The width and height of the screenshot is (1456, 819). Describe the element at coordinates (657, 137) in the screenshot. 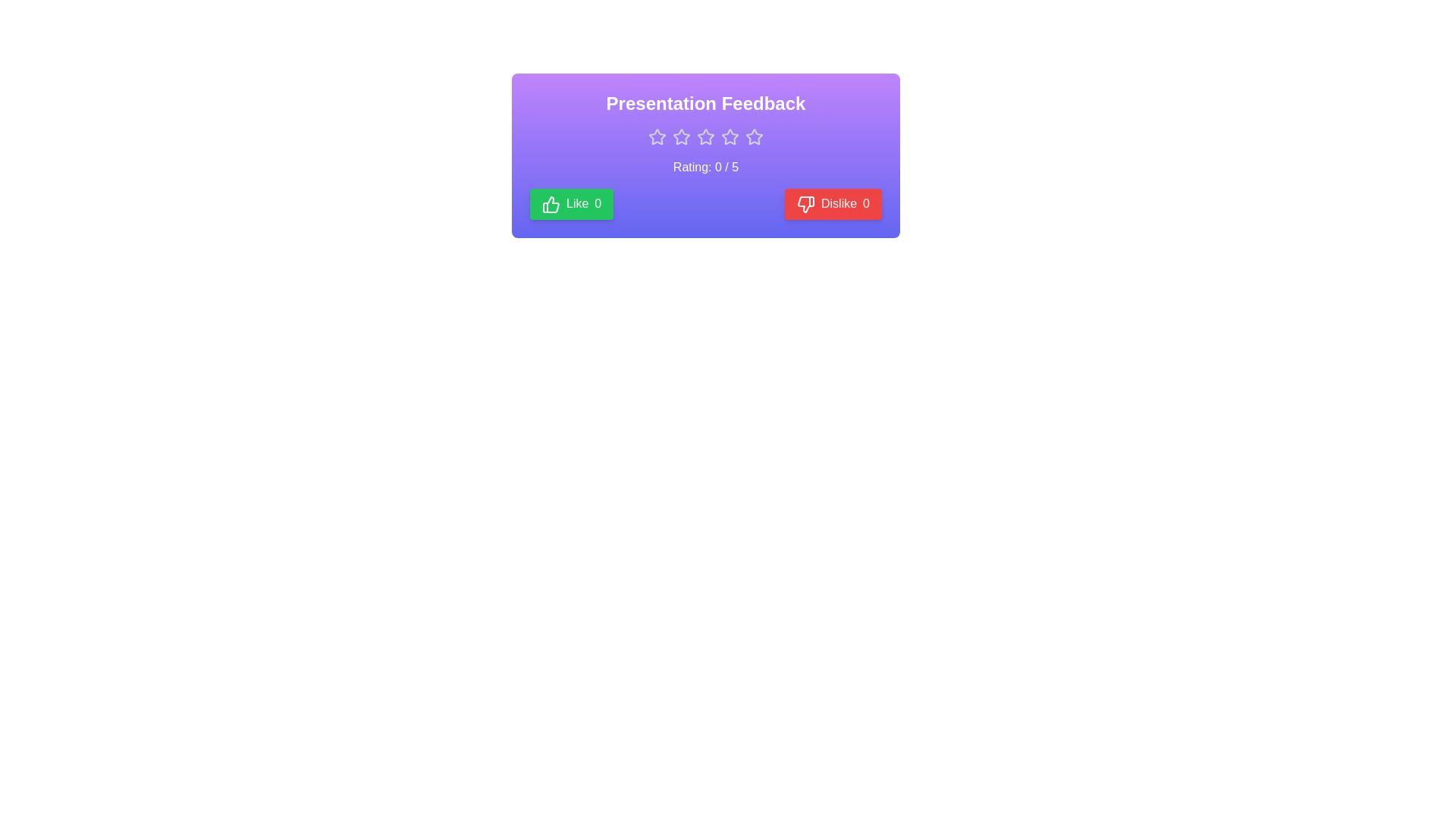

I see `the rating to 1 stars by clicking on the corresponding star` at that location.